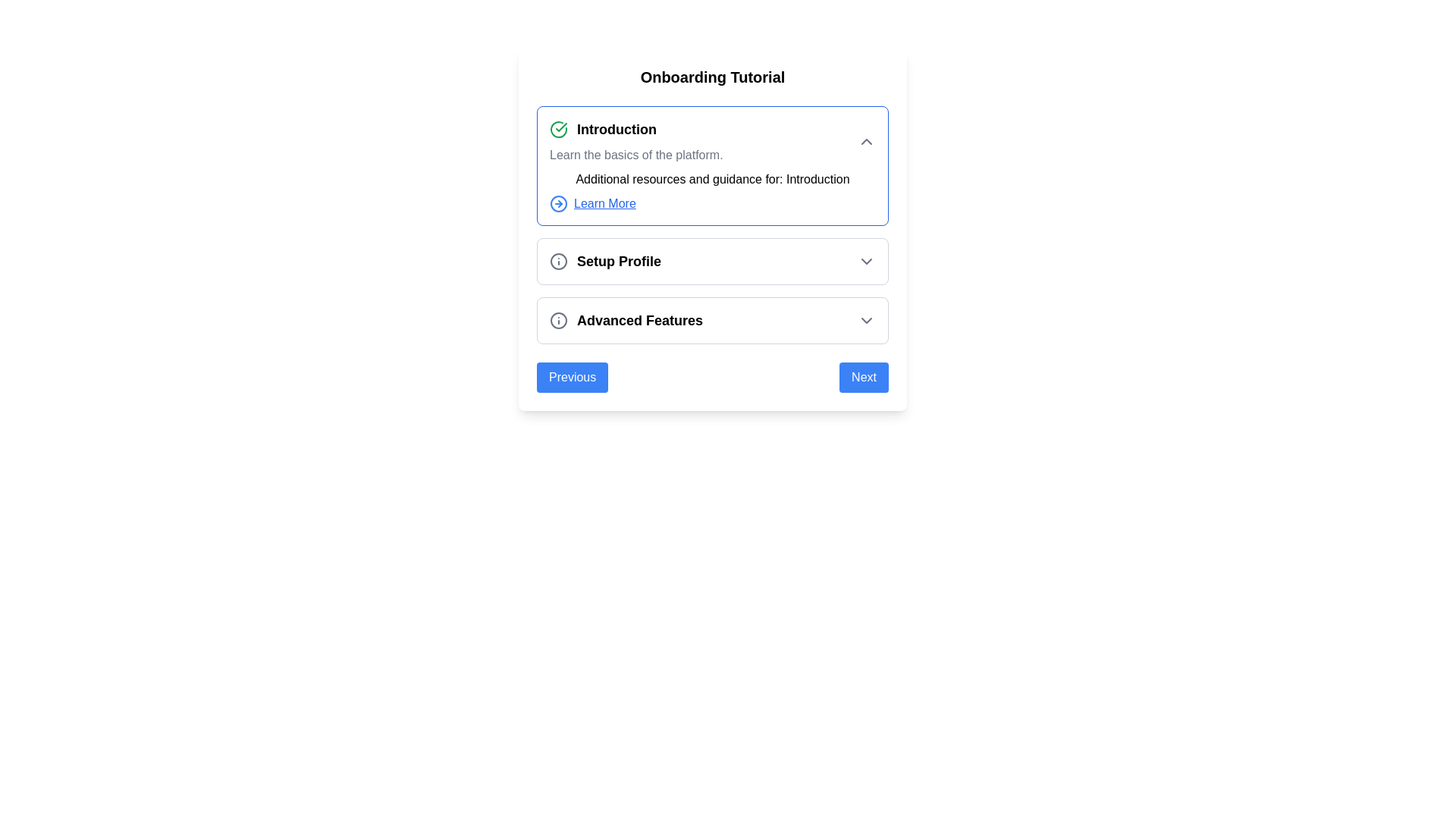 This screenshot has height=819, width=1456. Describe the element at coordinates (558, 260) in the screenshot. I see `the information or notification icon located to the left of the 'Setup Profile' text in the onboarding steps section` at that location.